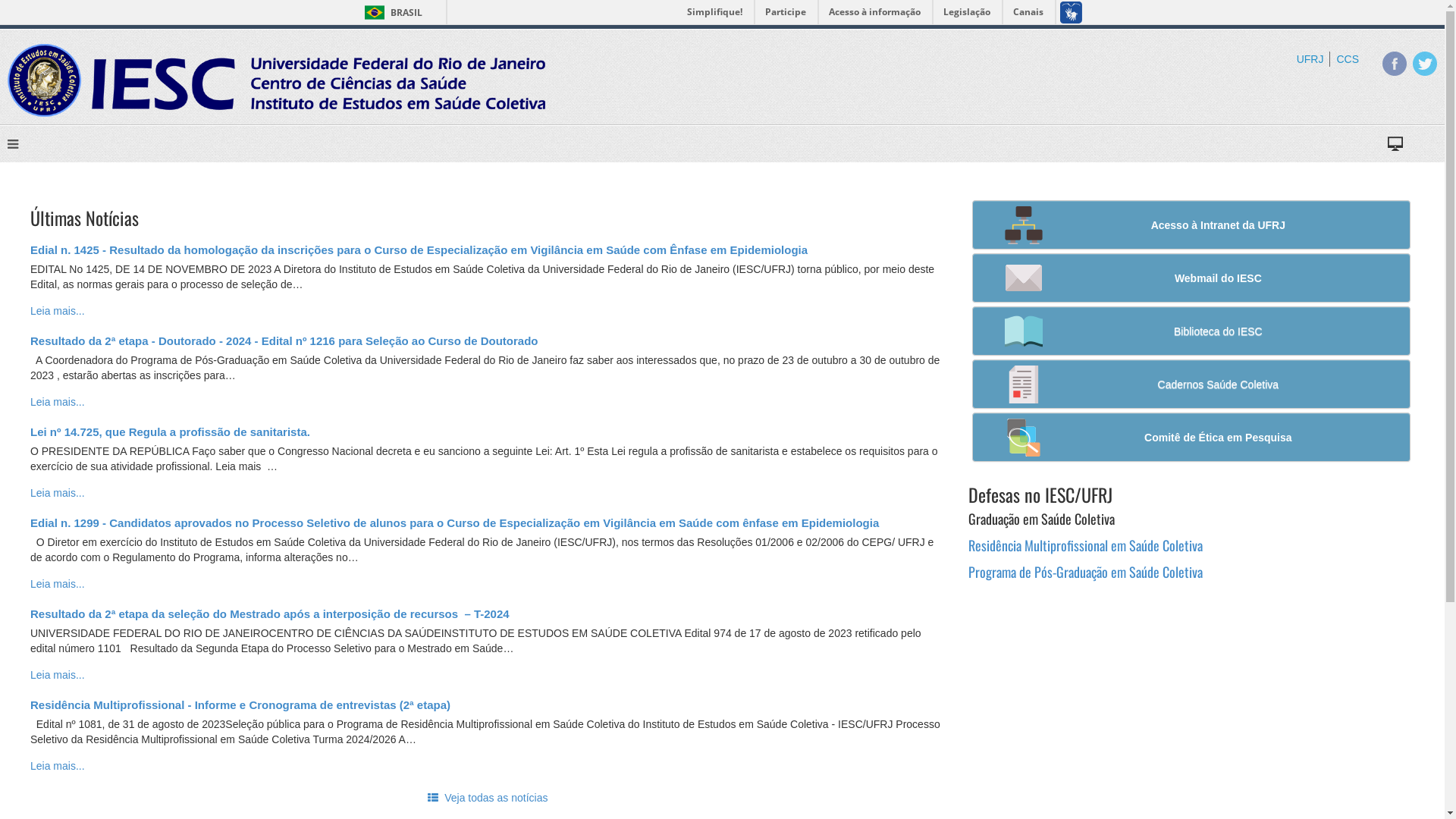 The image size is (1456, 819). What do you see at coordinates (58, 766) in the screenshot?
I see `'Leia mais...'` at bounding box center [58, 766].